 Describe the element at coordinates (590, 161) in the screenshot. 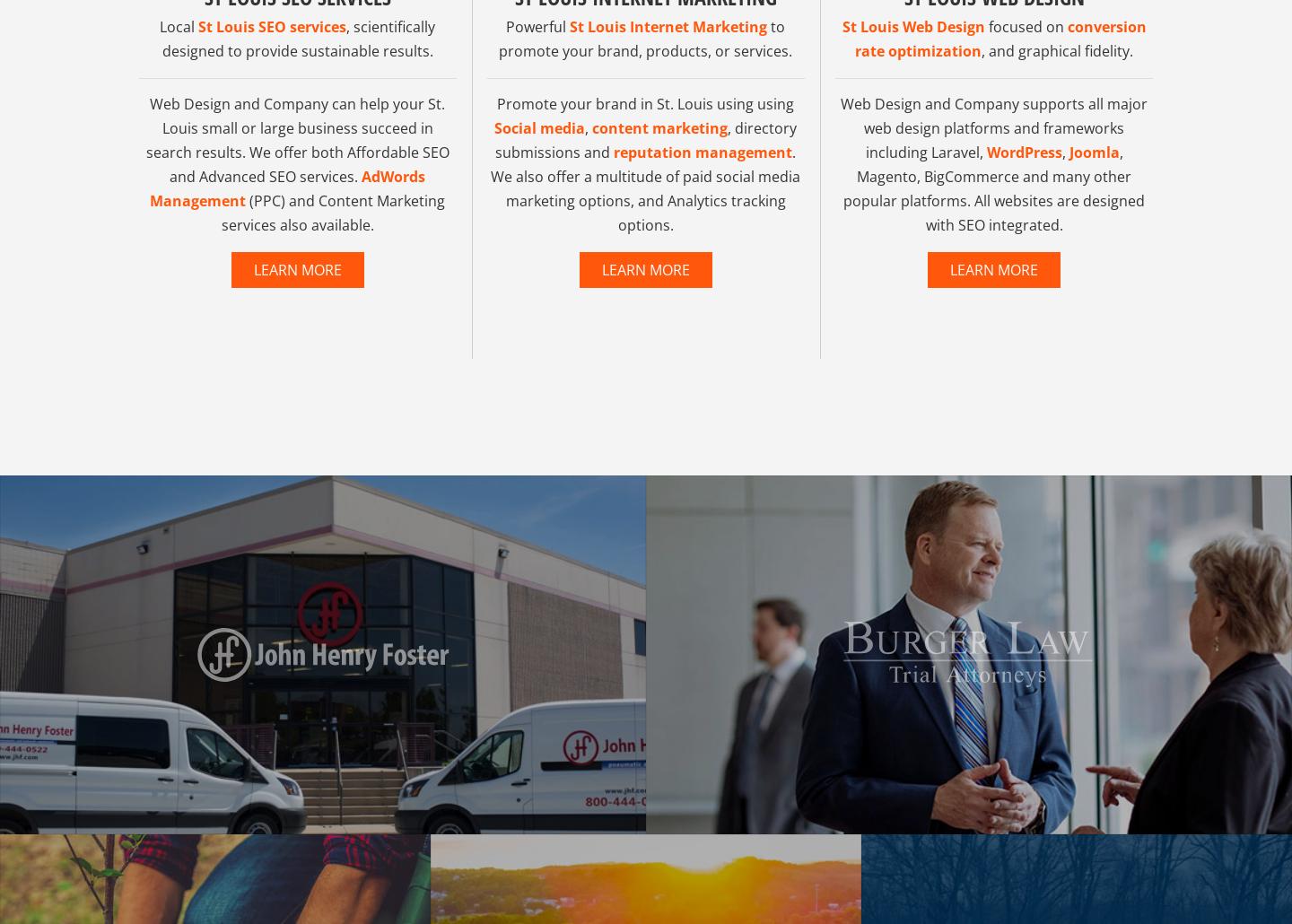

I see `'content marketing'` at that location.